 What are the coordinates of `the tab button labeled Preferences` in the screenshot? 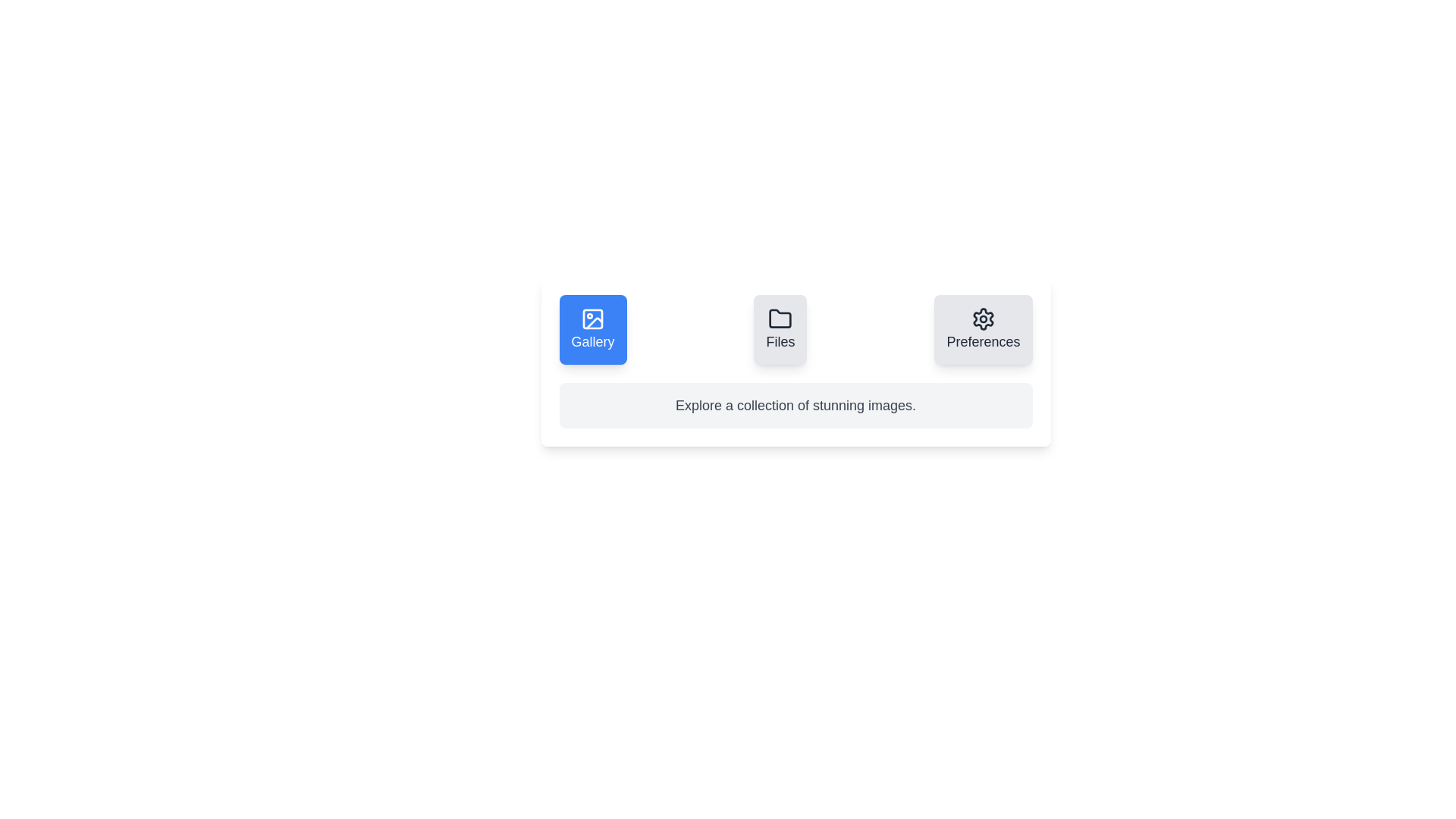 It's located at (983, 329).